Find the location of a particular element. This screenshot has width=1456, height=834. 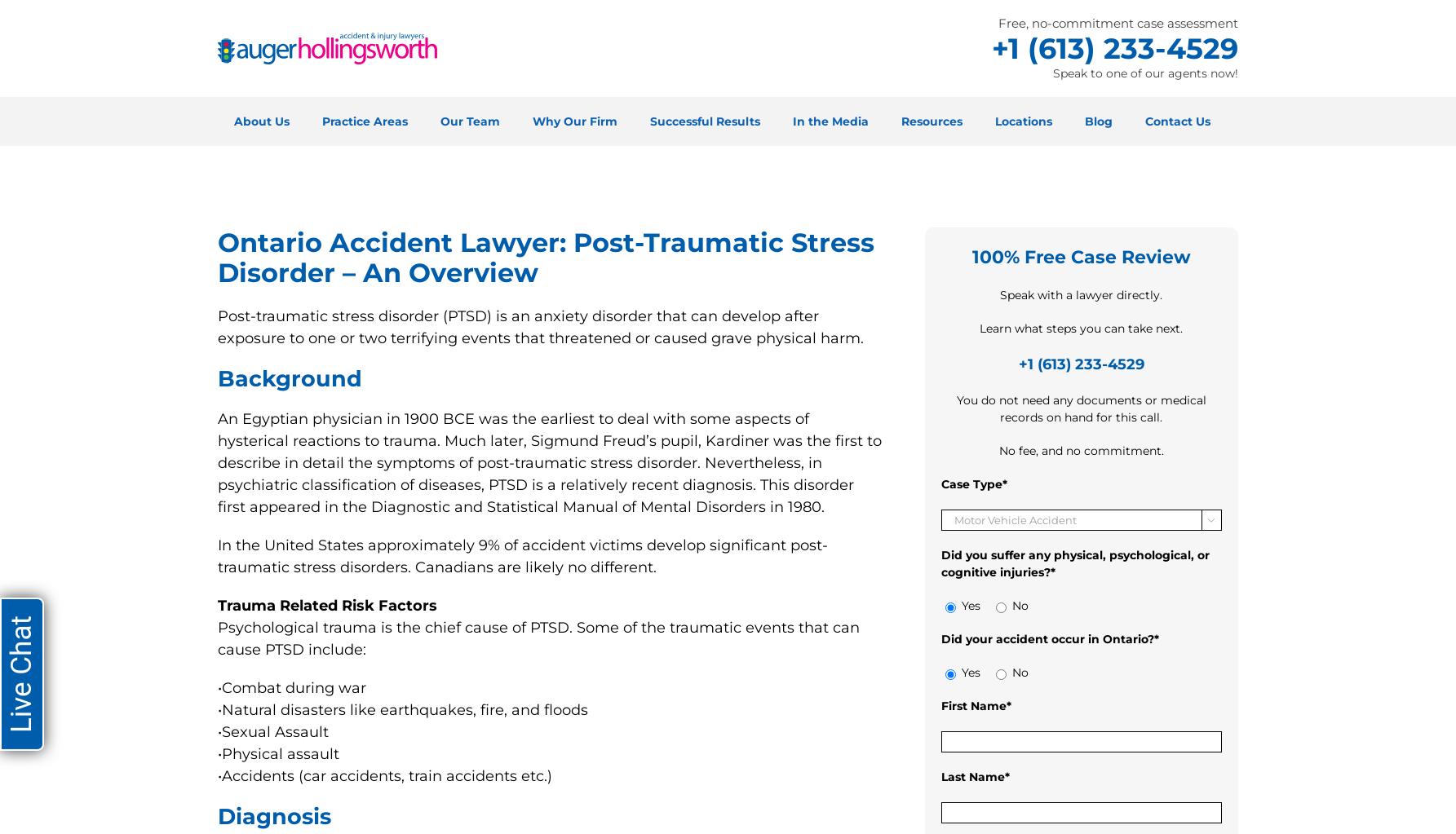

'Locations' is located at coordinates (1023, 120).